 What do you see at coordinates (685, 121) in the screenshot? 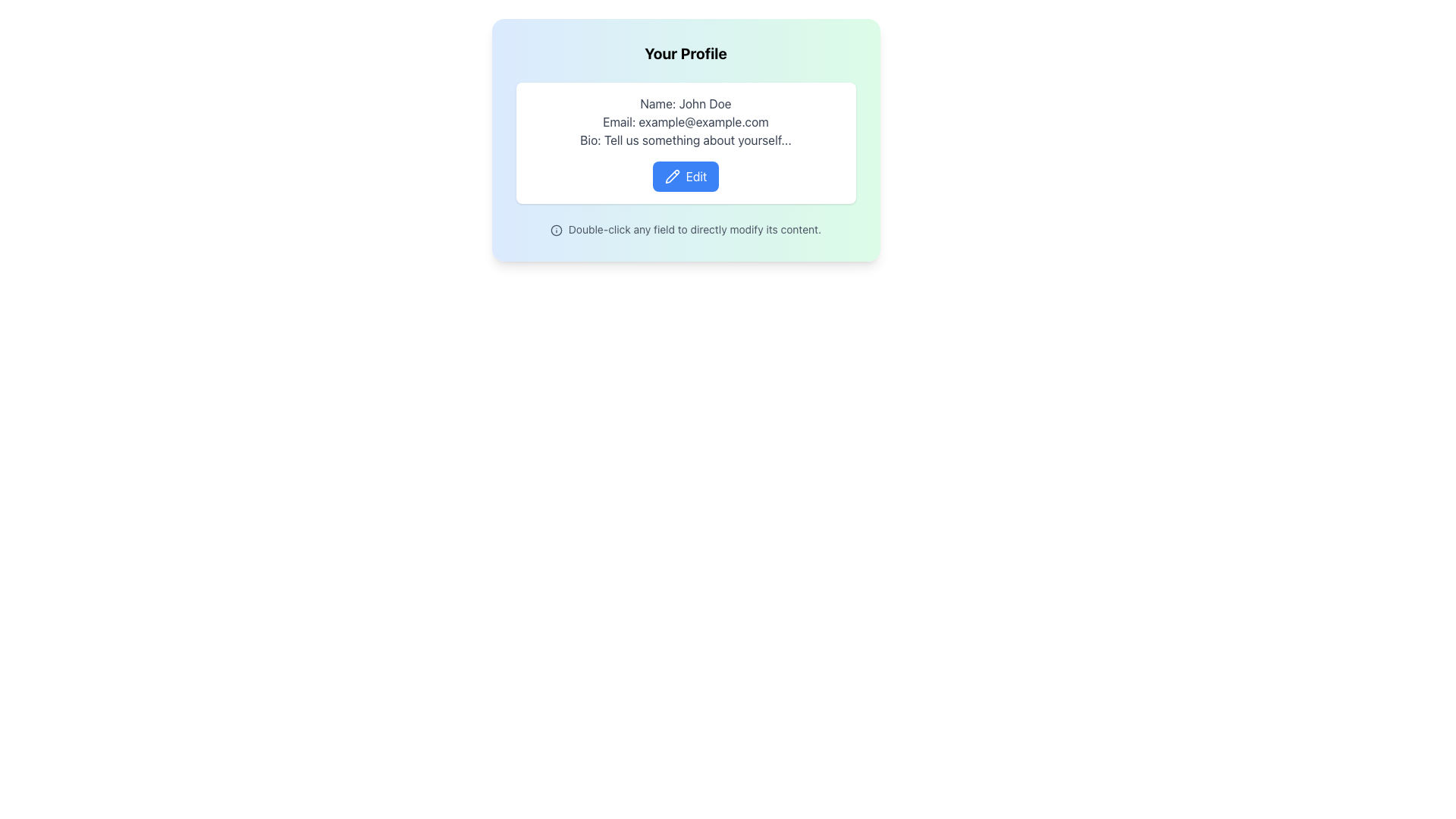
I see `the Text label displaying 'Email: example@example.com', which is located beneath the 'Name: John Doe' section and above the 'Bio: Tell us something about yourself...' section` at bounding box center [685, 121].